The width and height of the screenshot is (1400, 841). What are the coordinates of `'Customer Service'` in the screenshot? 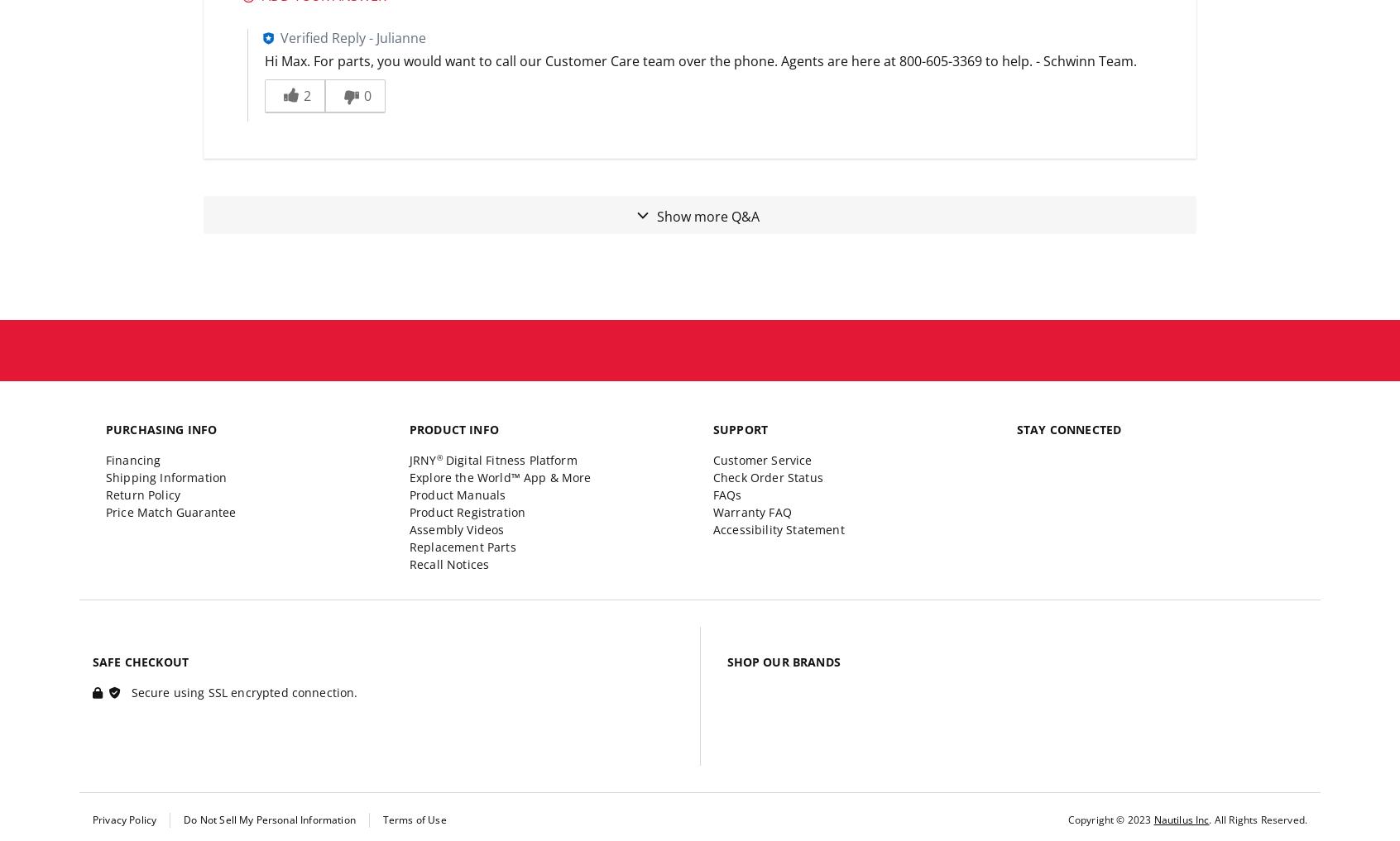 It's located at (762, 459).